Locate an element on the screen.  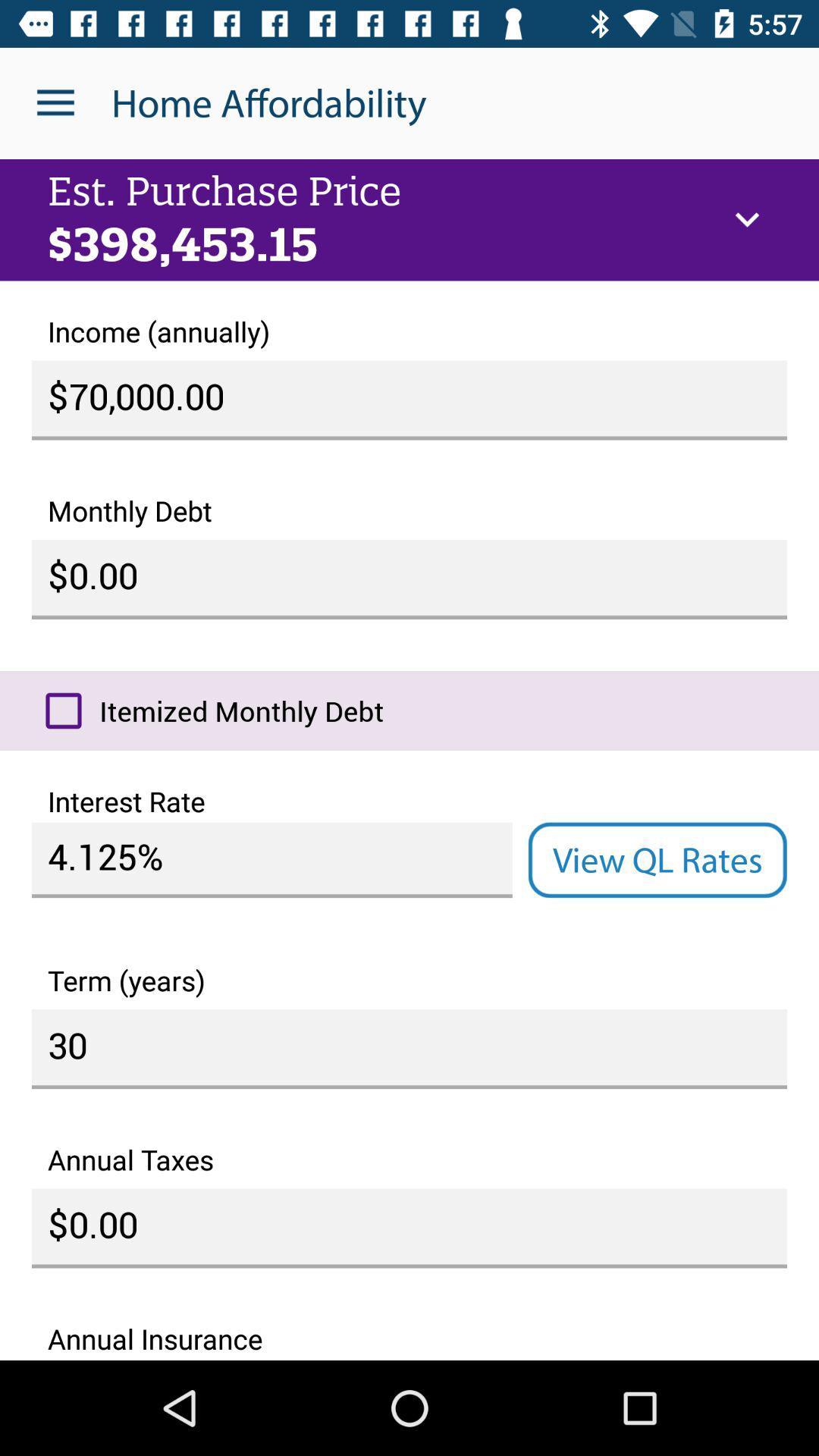
the icon below interest rate item is located at coordinates (657, 860).